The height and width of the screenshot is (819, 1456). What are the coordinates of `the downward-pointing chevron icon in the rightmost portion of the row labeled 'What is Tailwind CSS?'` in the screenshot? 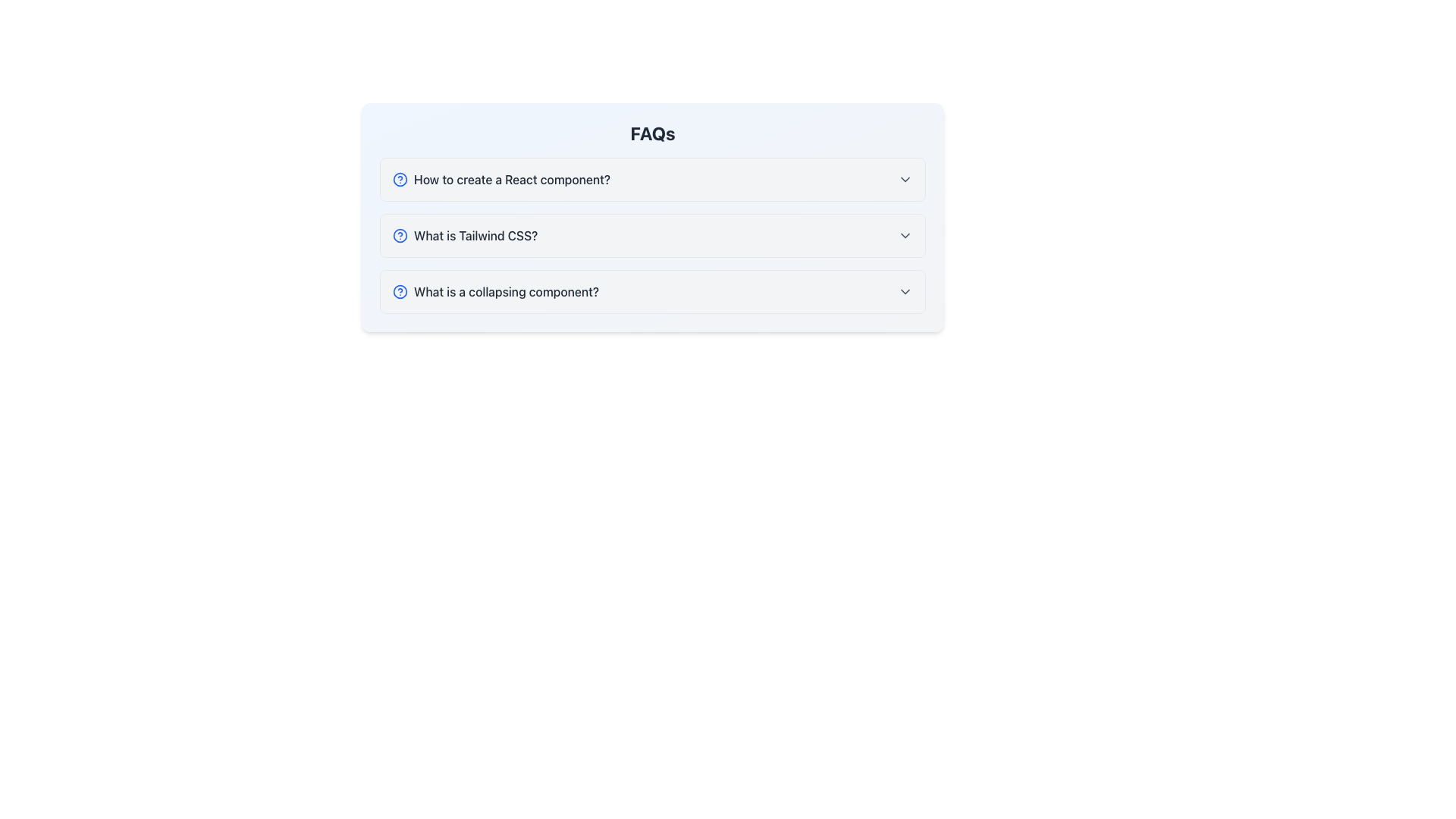 It's located at (905, 236).